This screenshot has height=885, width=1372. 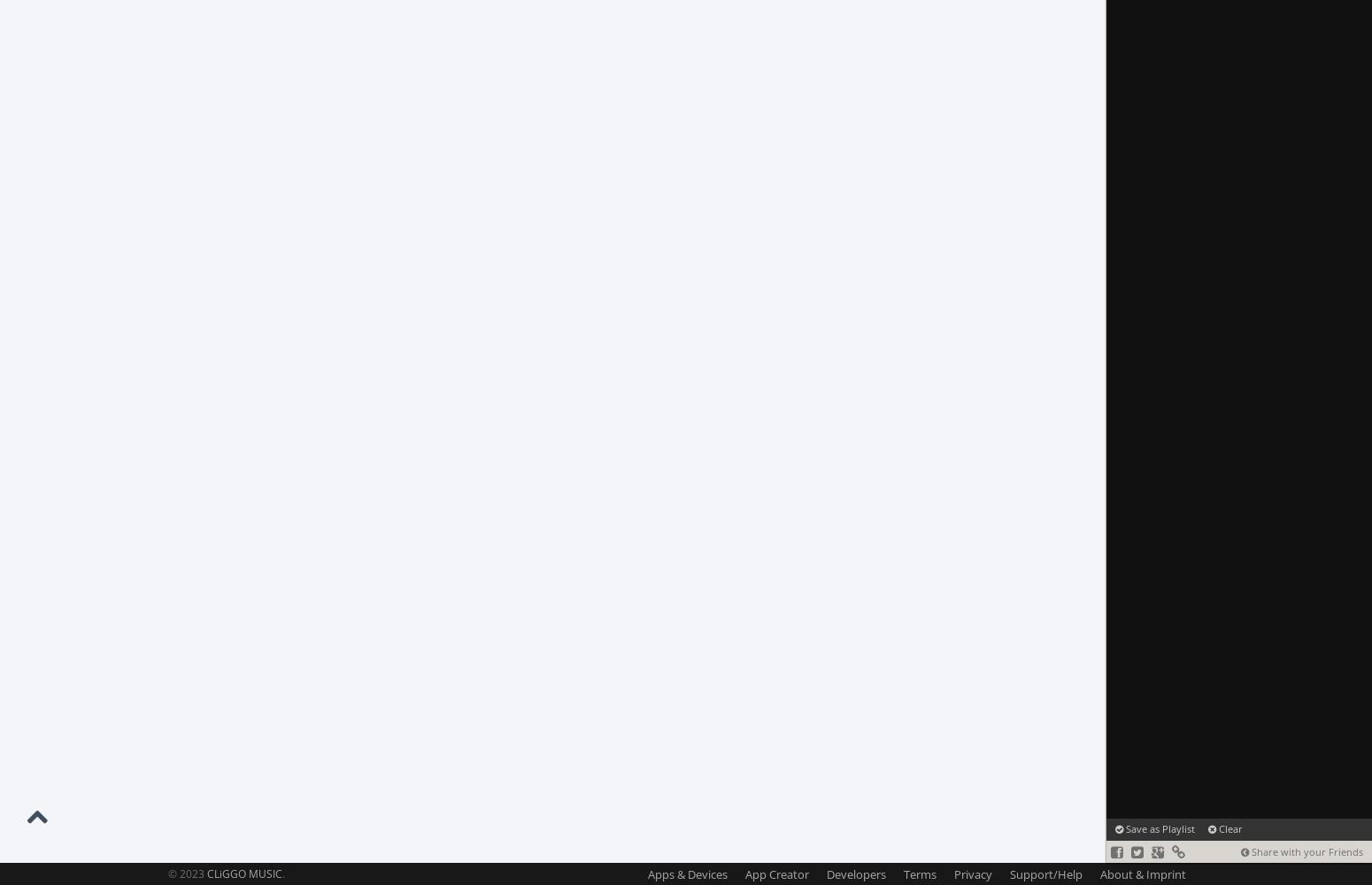 What do you see at coordinates (167, 873) in the screenshot?
I see `'© 2023'` at bounding box center [167, 873].